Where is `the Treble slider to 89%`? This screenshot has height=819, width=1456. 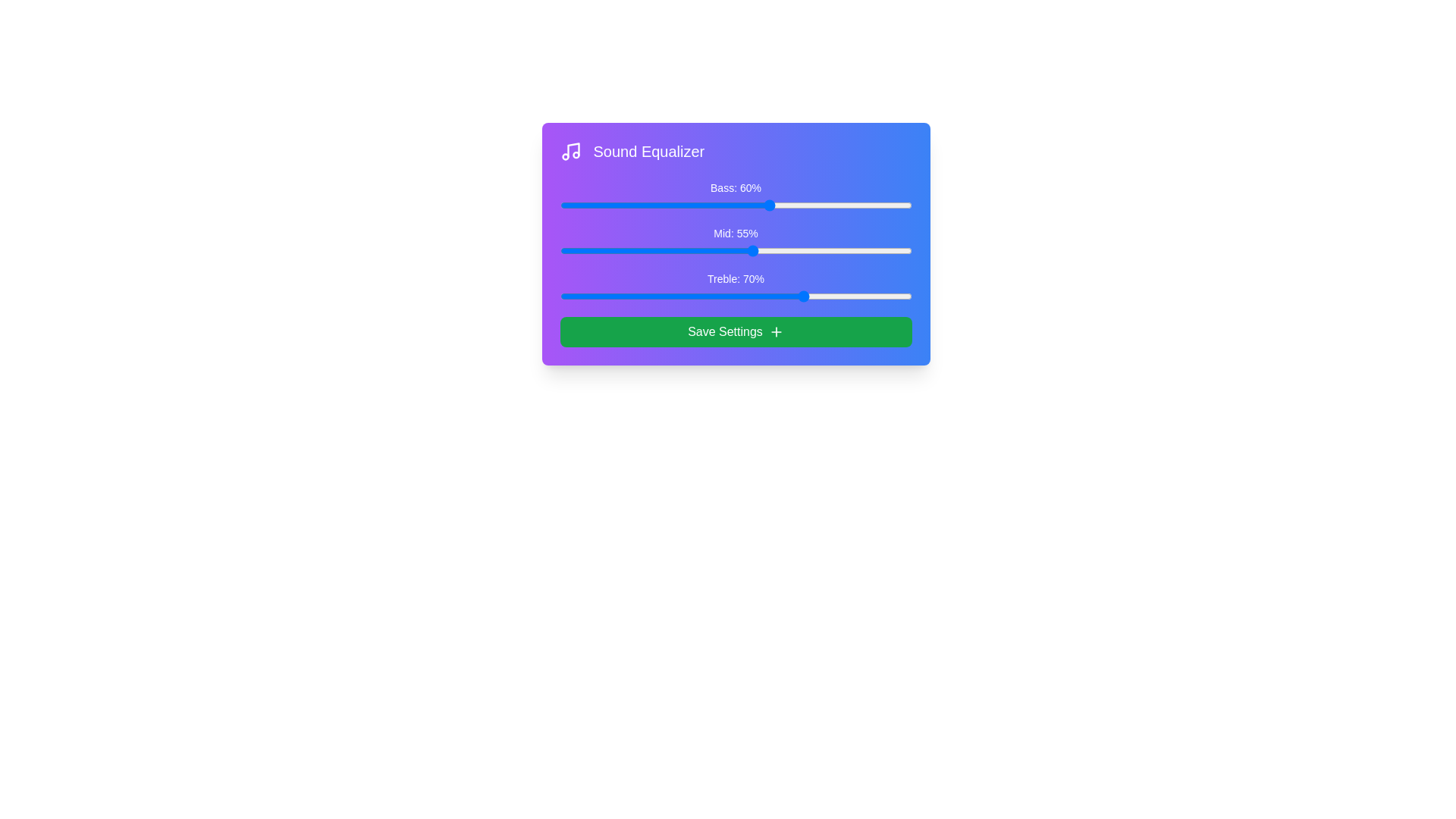 the Treble slider to 89% is located at coordinates (873, 296).